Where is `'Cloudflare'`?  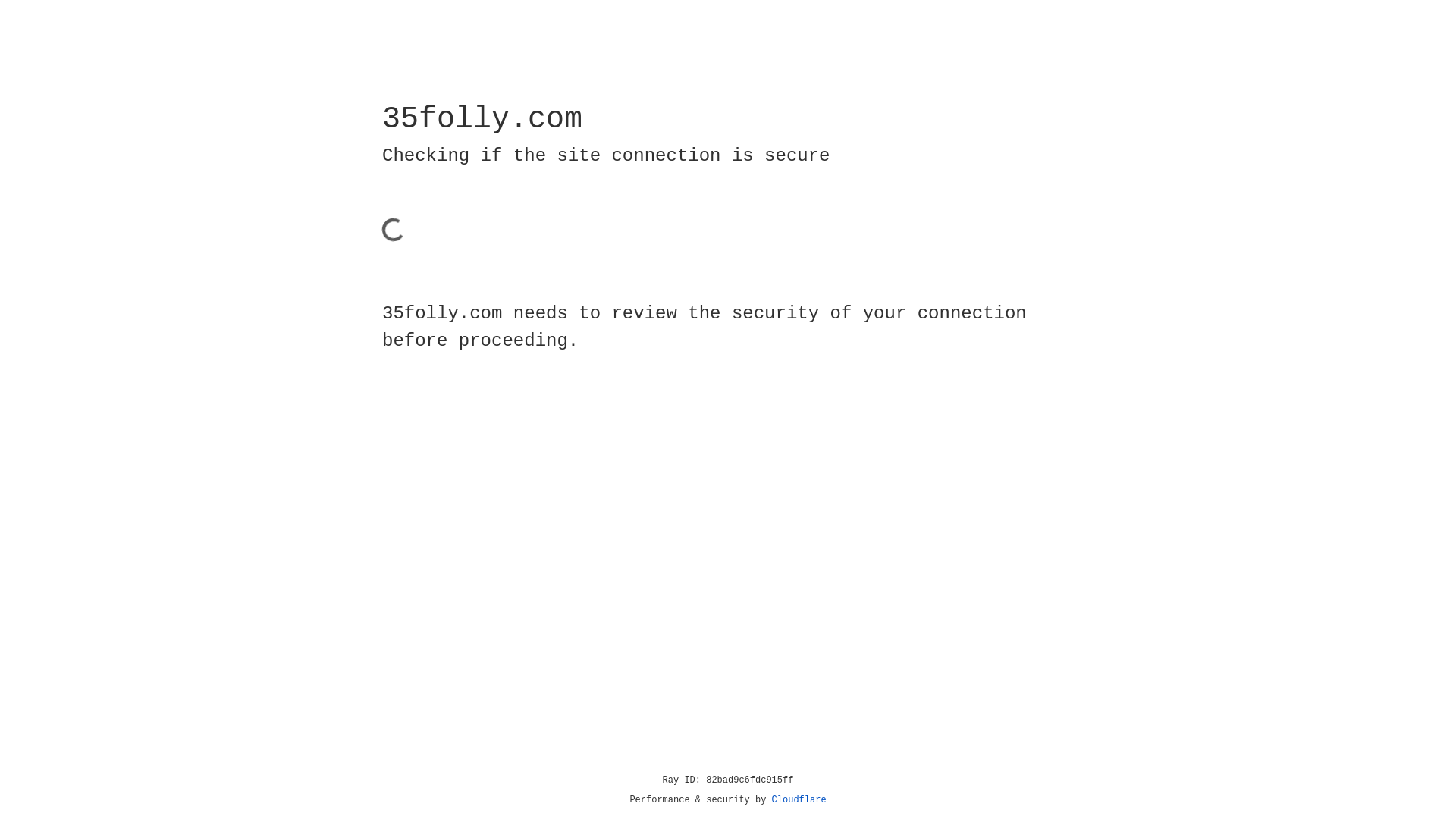
'Cloudflare' is located at coordinates (799, 799).